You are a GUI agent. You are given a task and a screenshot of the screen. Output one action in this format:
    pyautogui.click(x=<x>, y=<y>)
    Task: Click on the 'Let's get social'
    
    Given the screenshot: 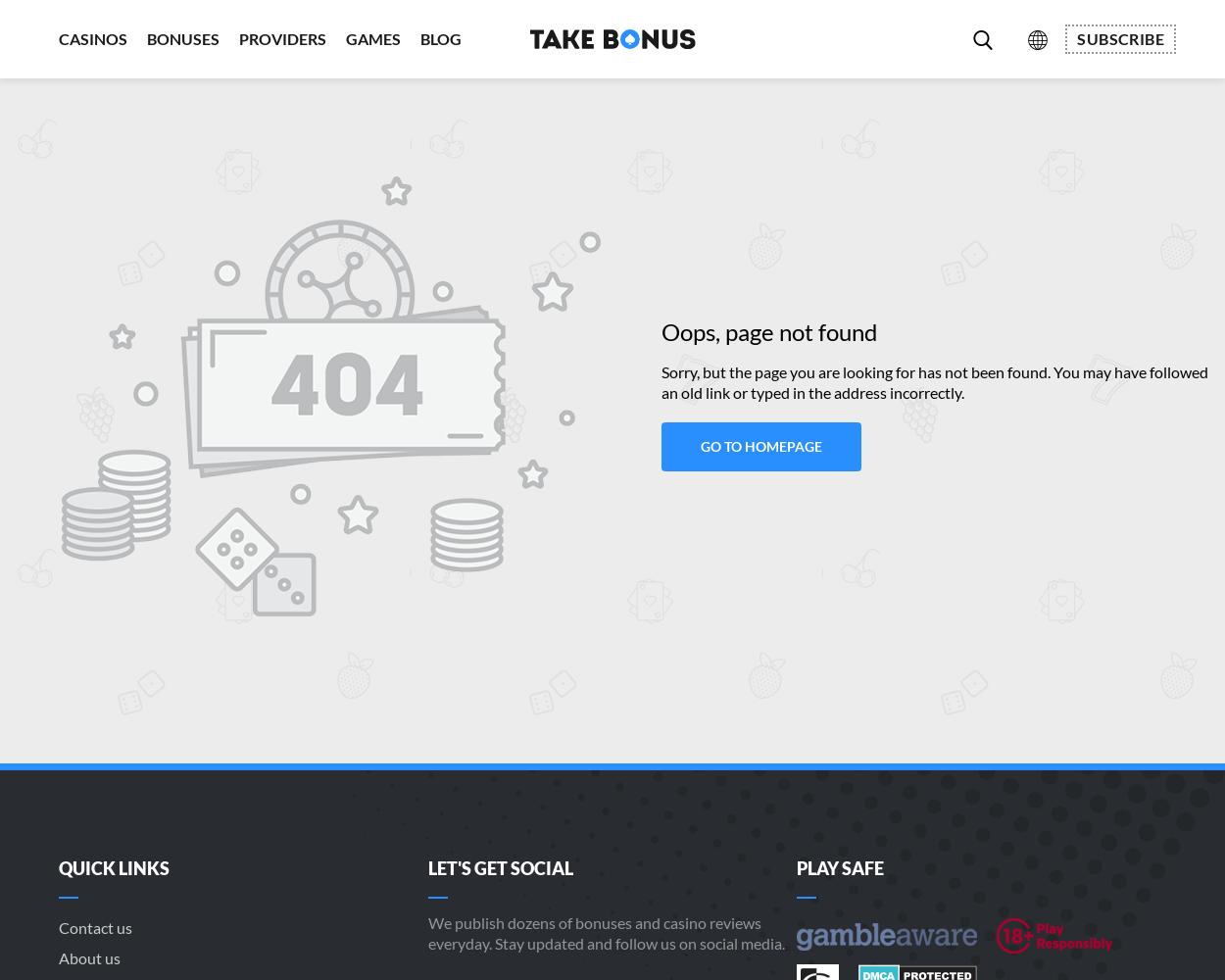 What is the action you would take?
    pyautogui.click(x=499, y=868)
    